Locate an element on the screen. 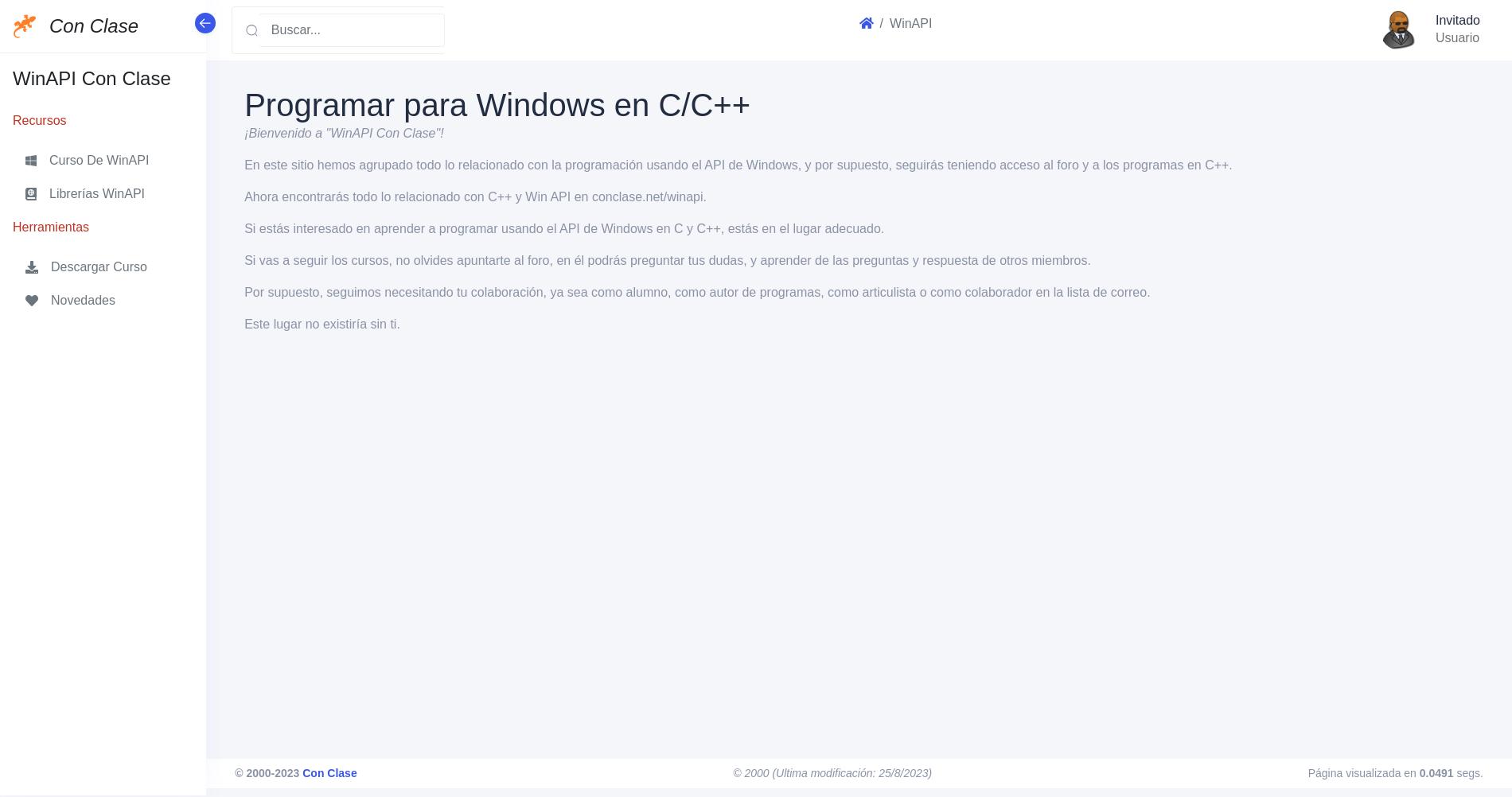 The height and width of the screenshot is (797, 1512). 'Si estás interesado en aprender a programar usando el API de Windows en C y C++,
  estás en el lugar adecuado.' is located at coordinates (564, 227).